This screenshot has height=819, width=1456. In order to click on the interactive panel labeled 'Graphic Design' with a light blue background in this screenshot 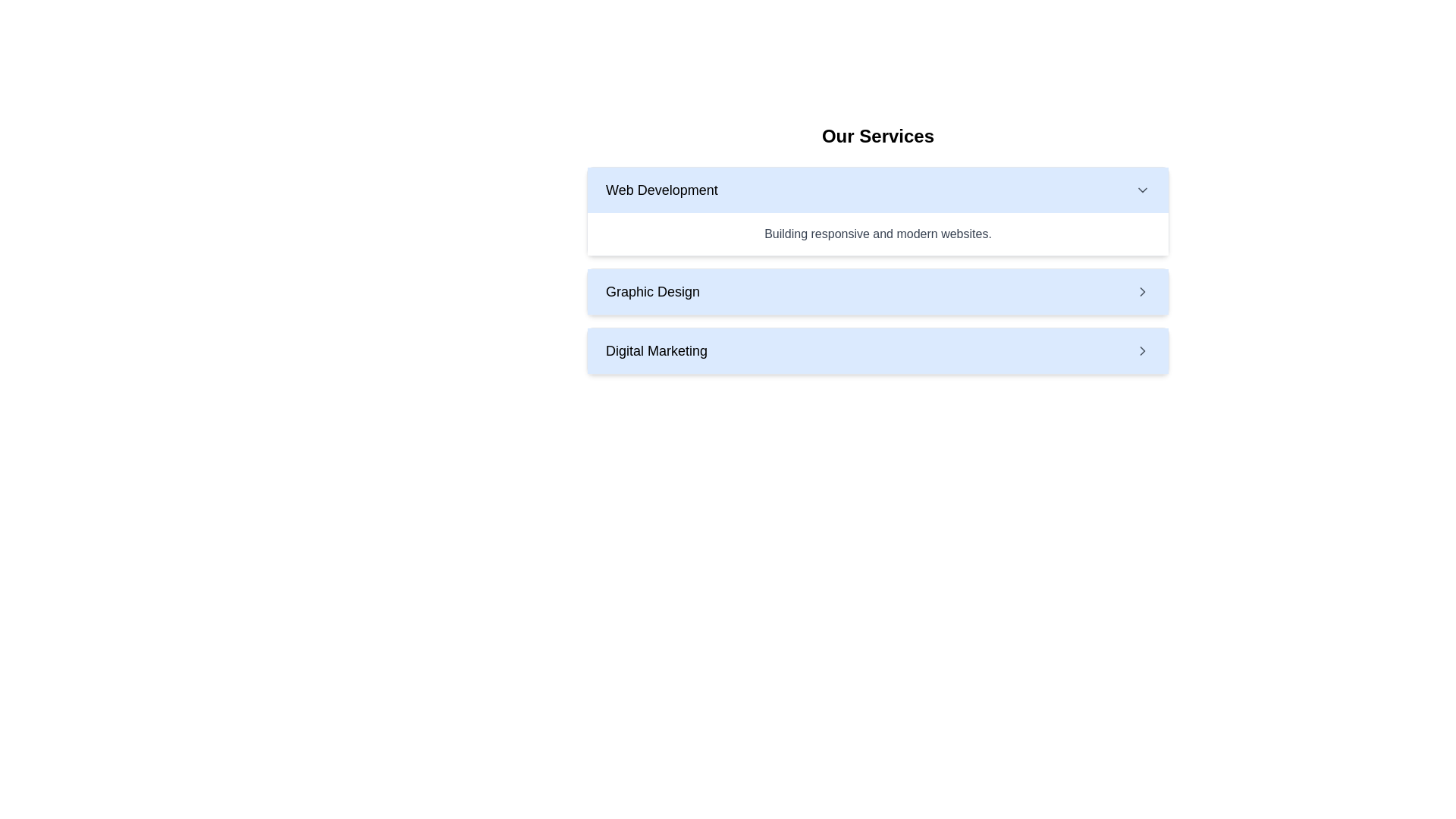, I will do `click(877, 292)`.